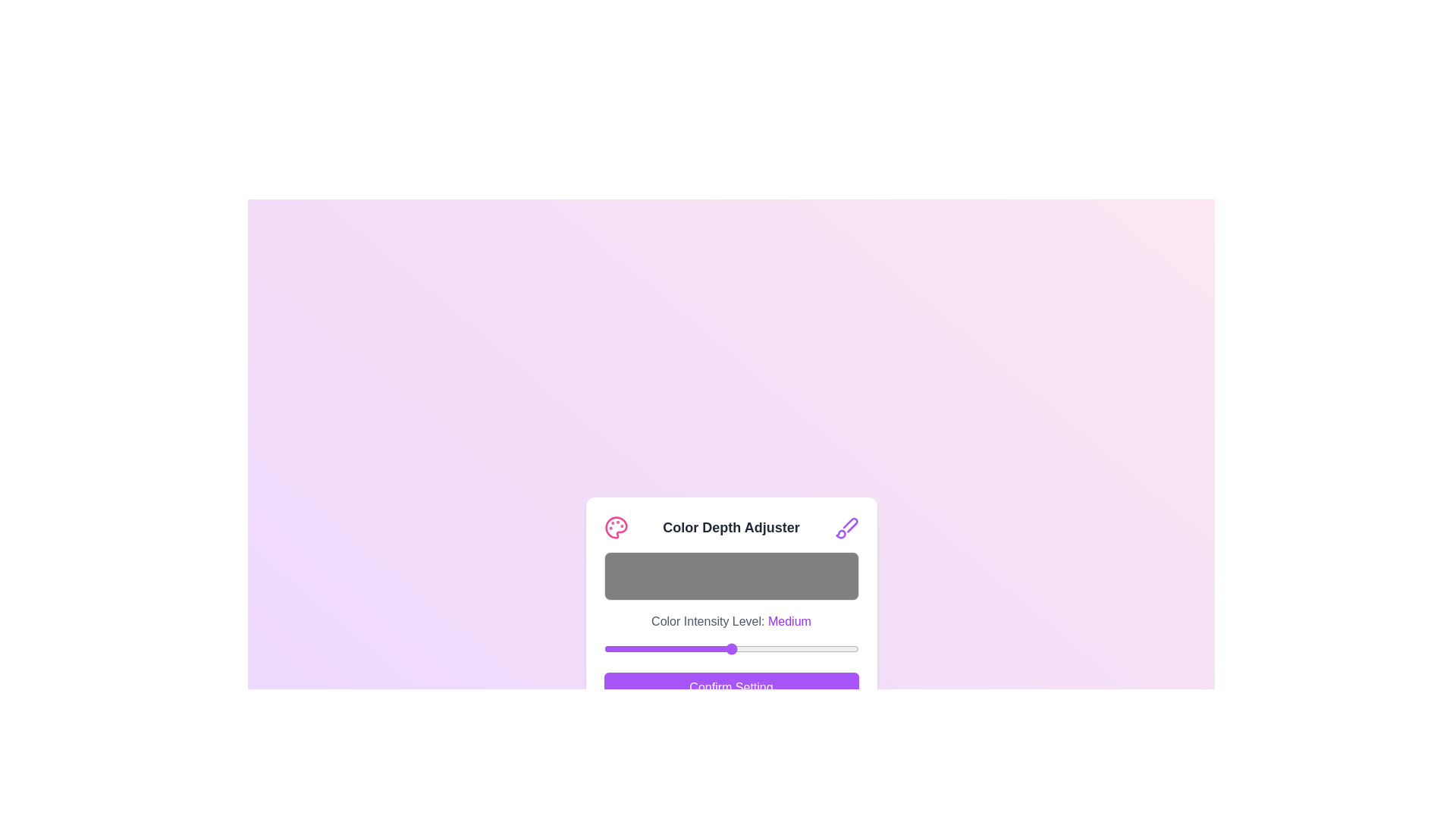  What do you see at coordinates (616, 526) in the screenshot?
I see `the palette icon to access color palette settings` at bounding box center [616, 526].